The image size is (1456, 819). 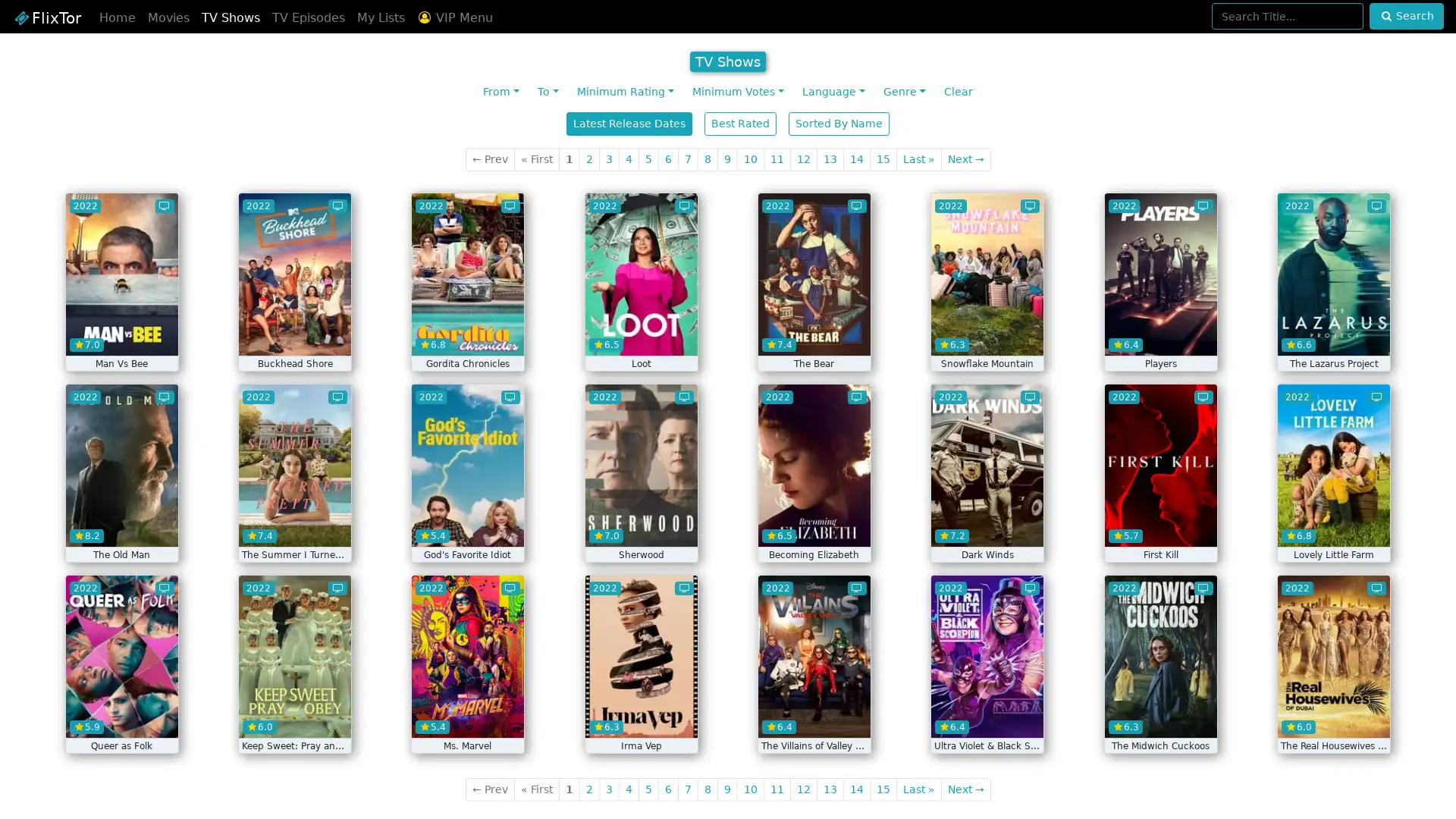 What do you see at coordinates (629, 123) in the screenshot?
I see `Latest Release Dates` at bounding box center [629, 123].